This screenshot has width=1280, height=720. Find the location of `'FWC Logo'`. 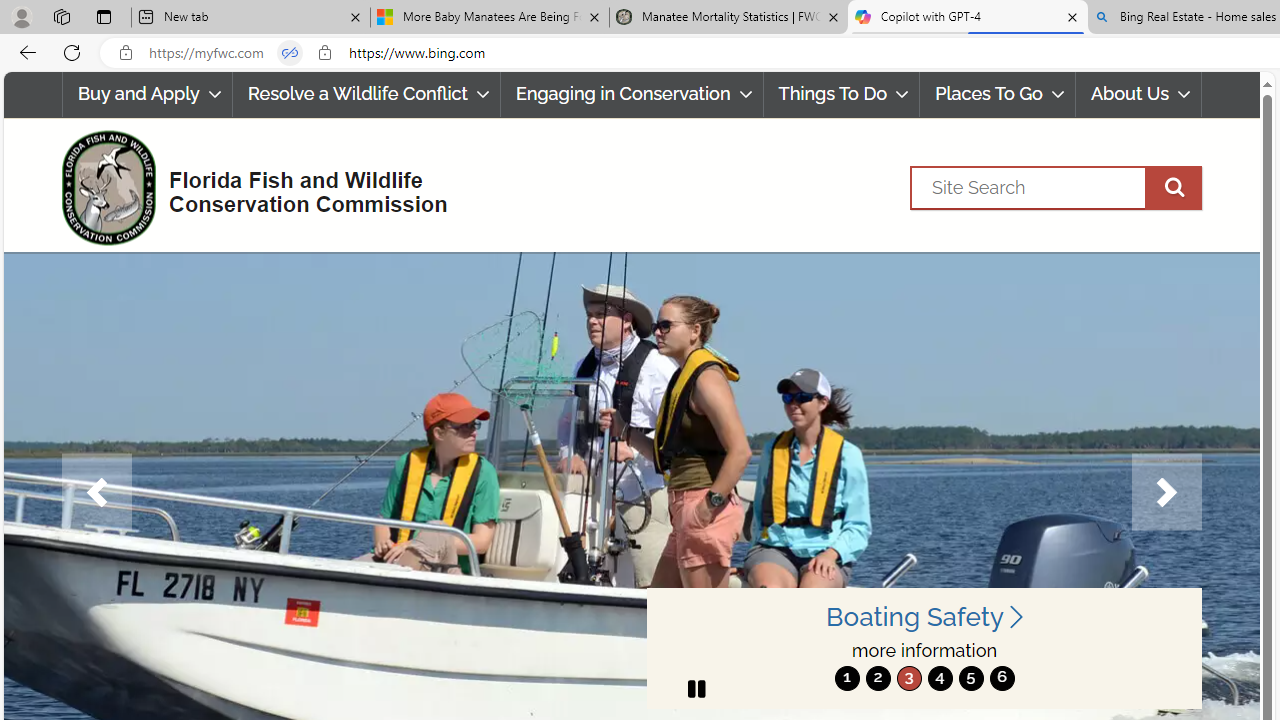

'FWC Logo' is located at coordinates (107, 187).